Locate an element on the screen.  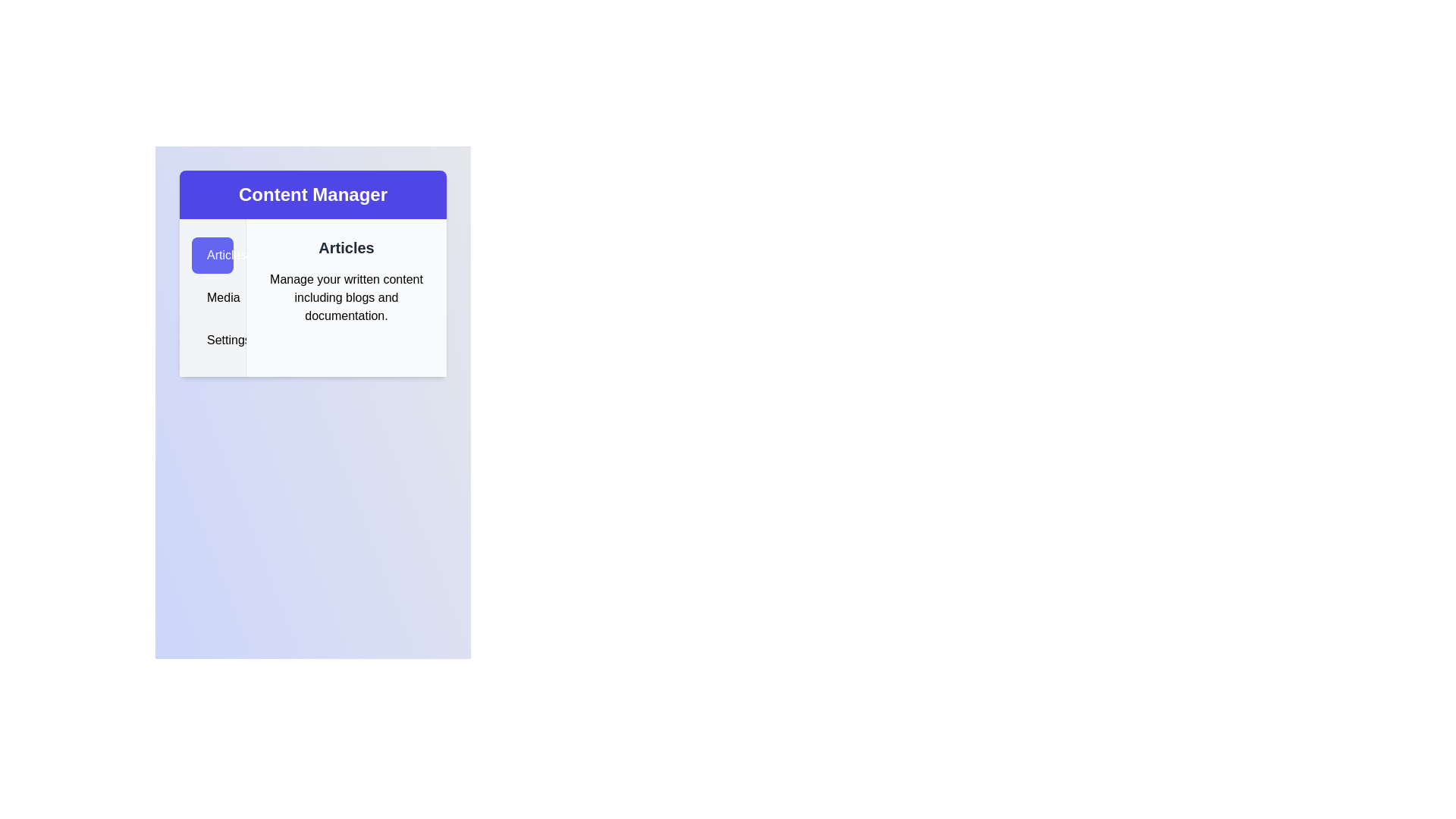
the Articles tab is located at coordinates (212, 254).